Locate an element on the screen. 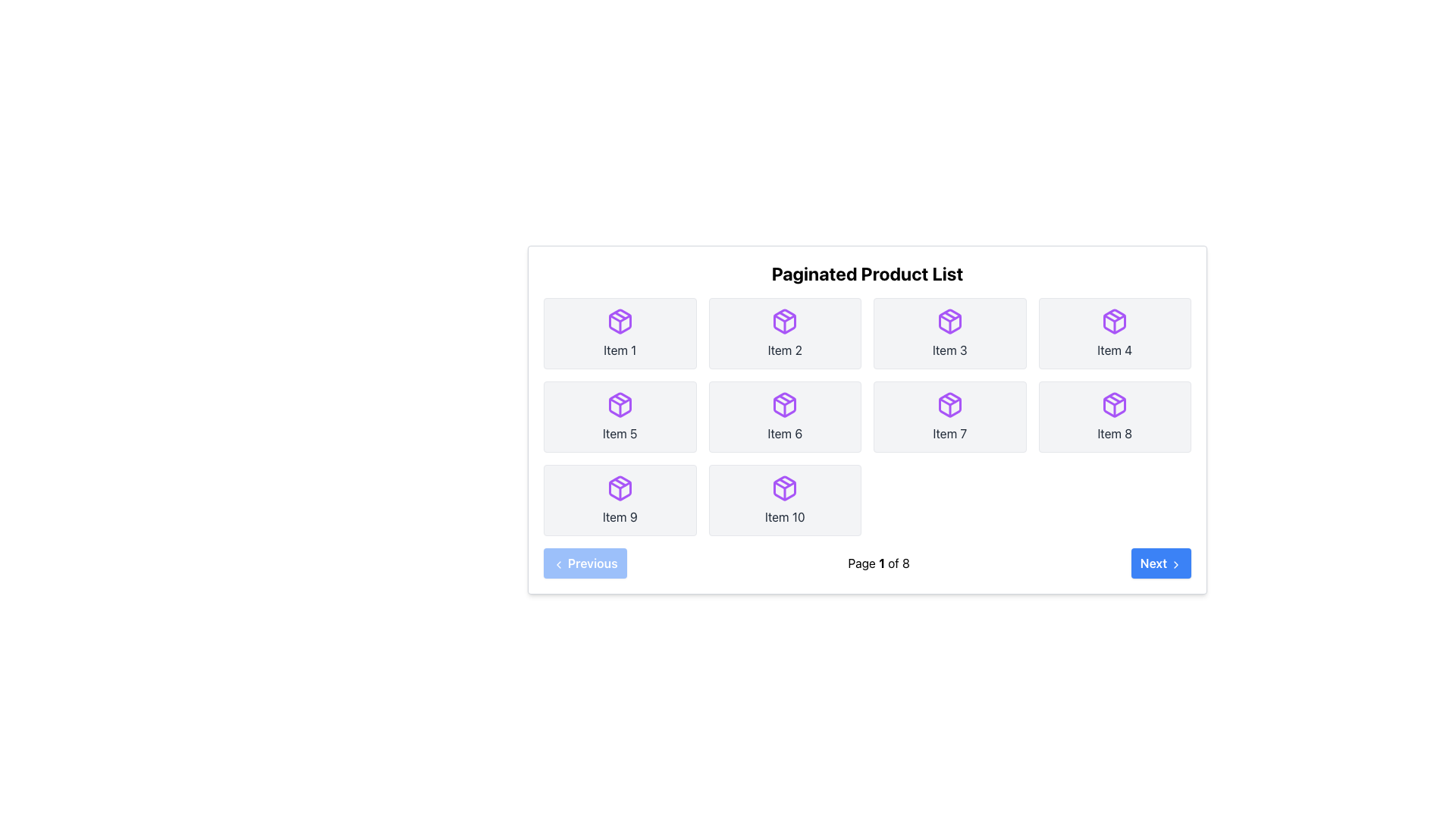 Image resolution: width=1456 pixels, height=819 pixels. the bold numeral '1' in the text 'Page 1 of 8' located at the bottom-center of the interface is located at coordinates (881, 563).